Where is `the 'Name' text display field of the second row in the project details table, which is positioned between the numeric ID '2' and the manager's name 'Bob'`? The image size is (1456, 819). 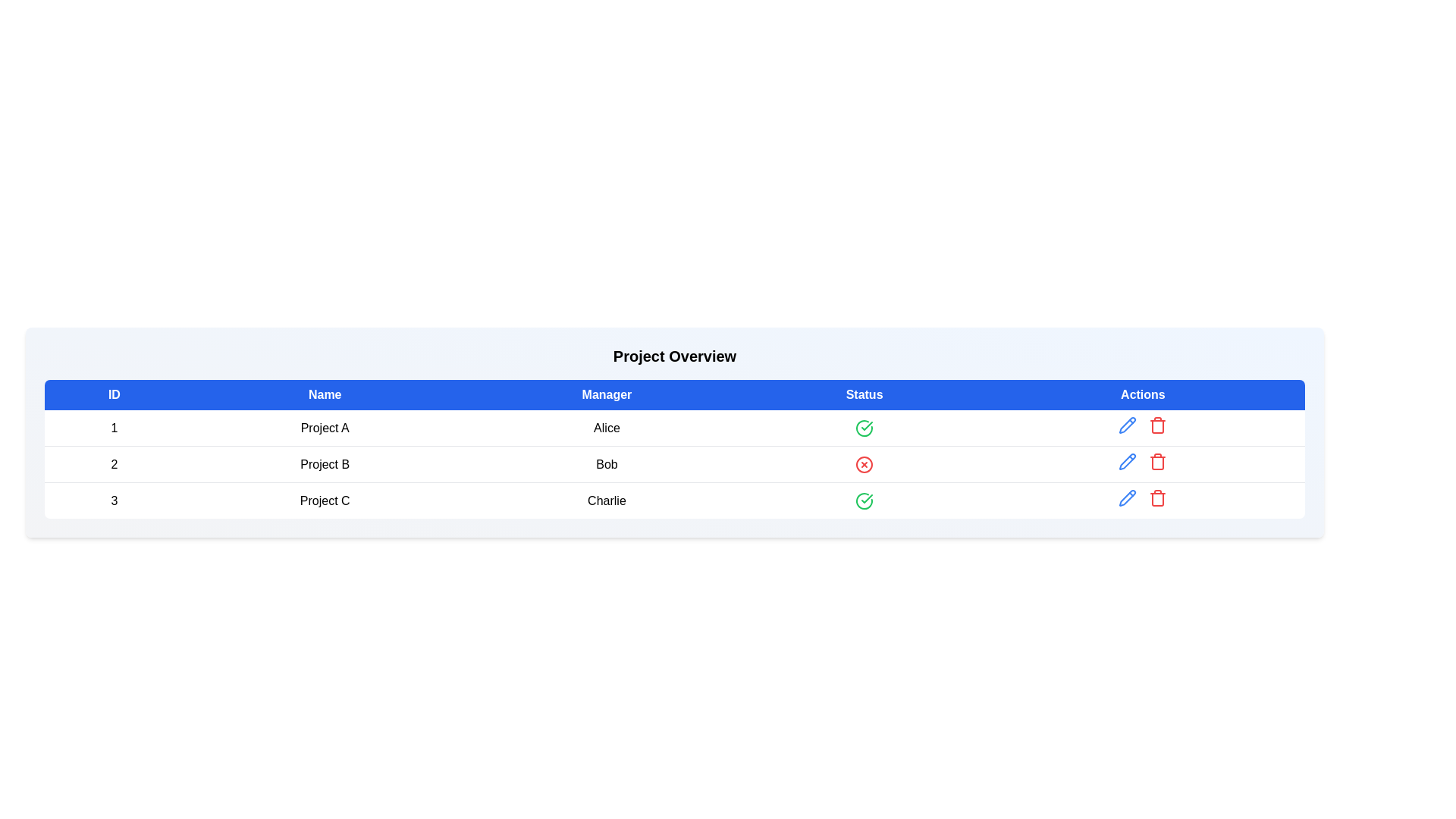 the 'Name' text display field of the second row in the project details table, which is positioned between the numeric ID '2' and the manager's name 'Bob' is located at coordinates (324, 463).